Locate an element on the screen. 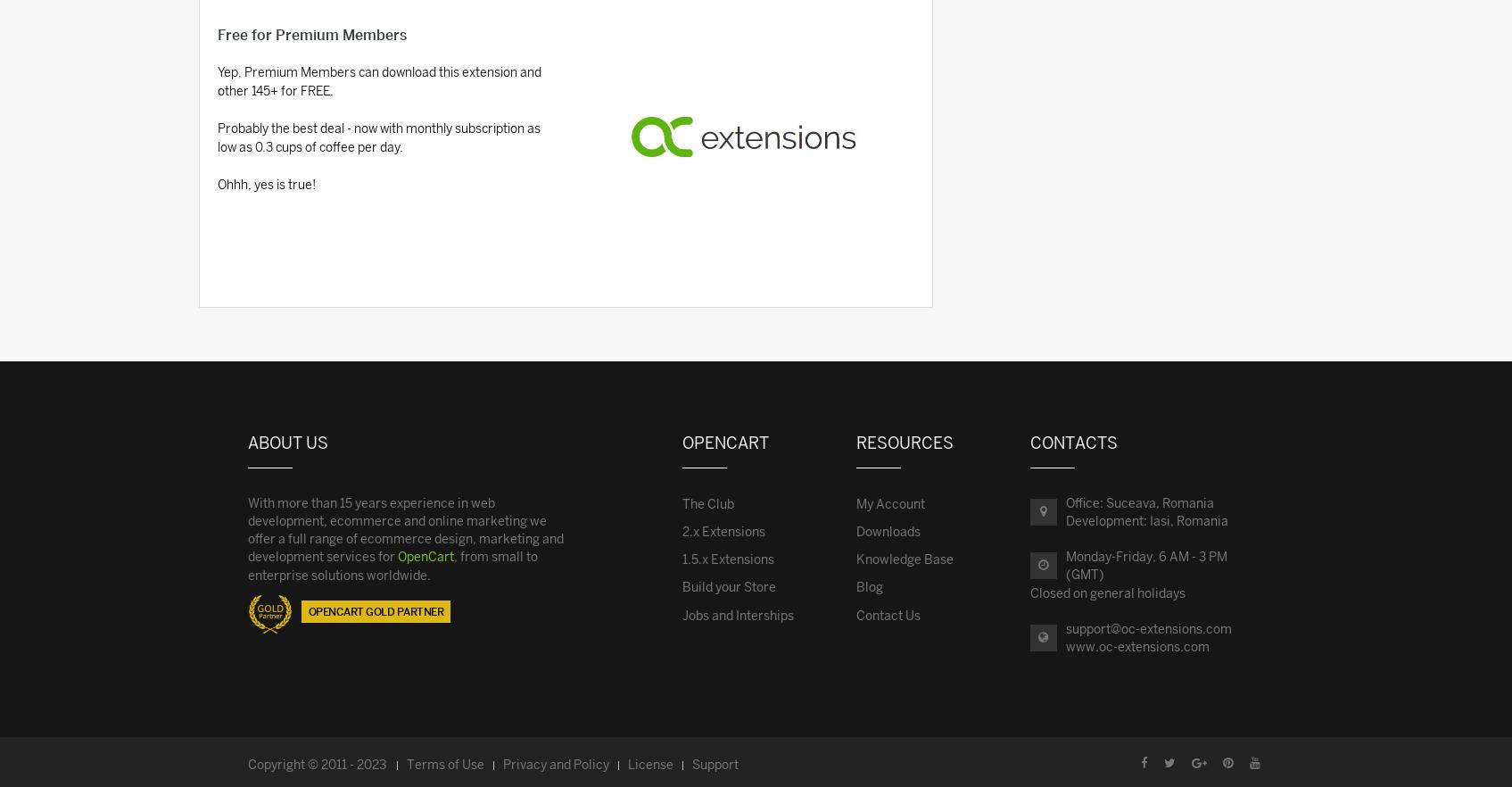 This screenshot has width=1512, height=787. 'Terms of Use' is located at coordinates (443, 764).